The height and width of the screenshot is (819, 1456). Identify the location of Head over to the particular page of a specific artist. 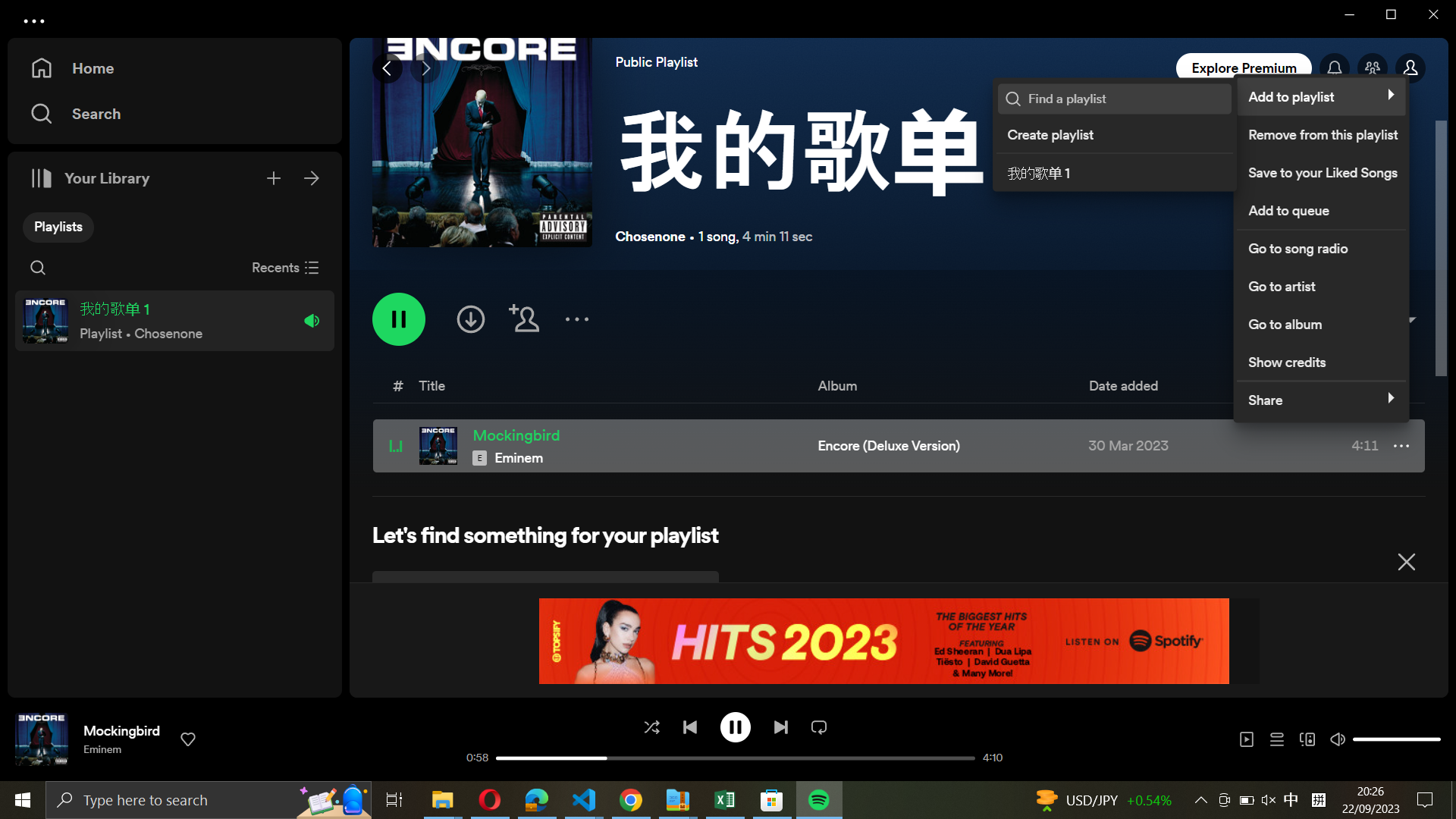
(1319, 284).